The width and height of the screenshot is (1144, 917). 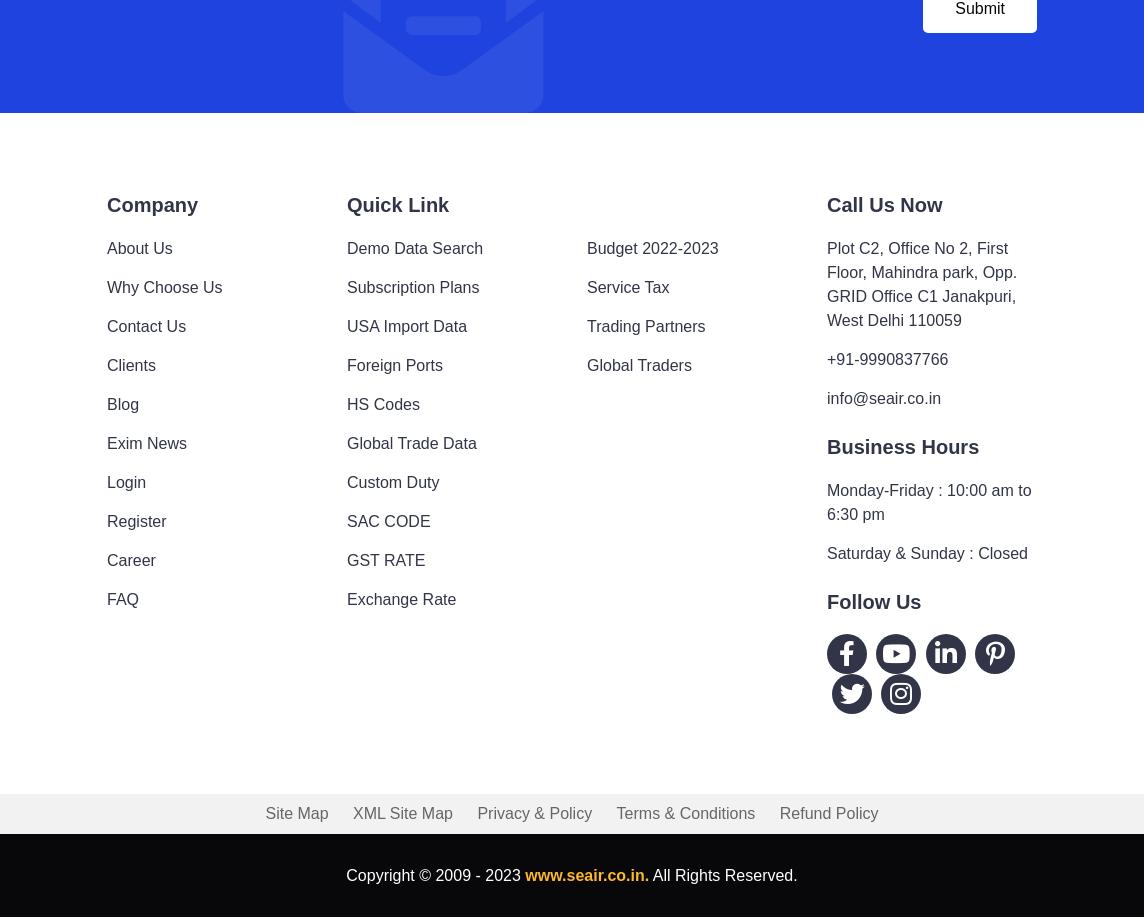 I want to click on 'Site Map', so click(x=296, y=812).